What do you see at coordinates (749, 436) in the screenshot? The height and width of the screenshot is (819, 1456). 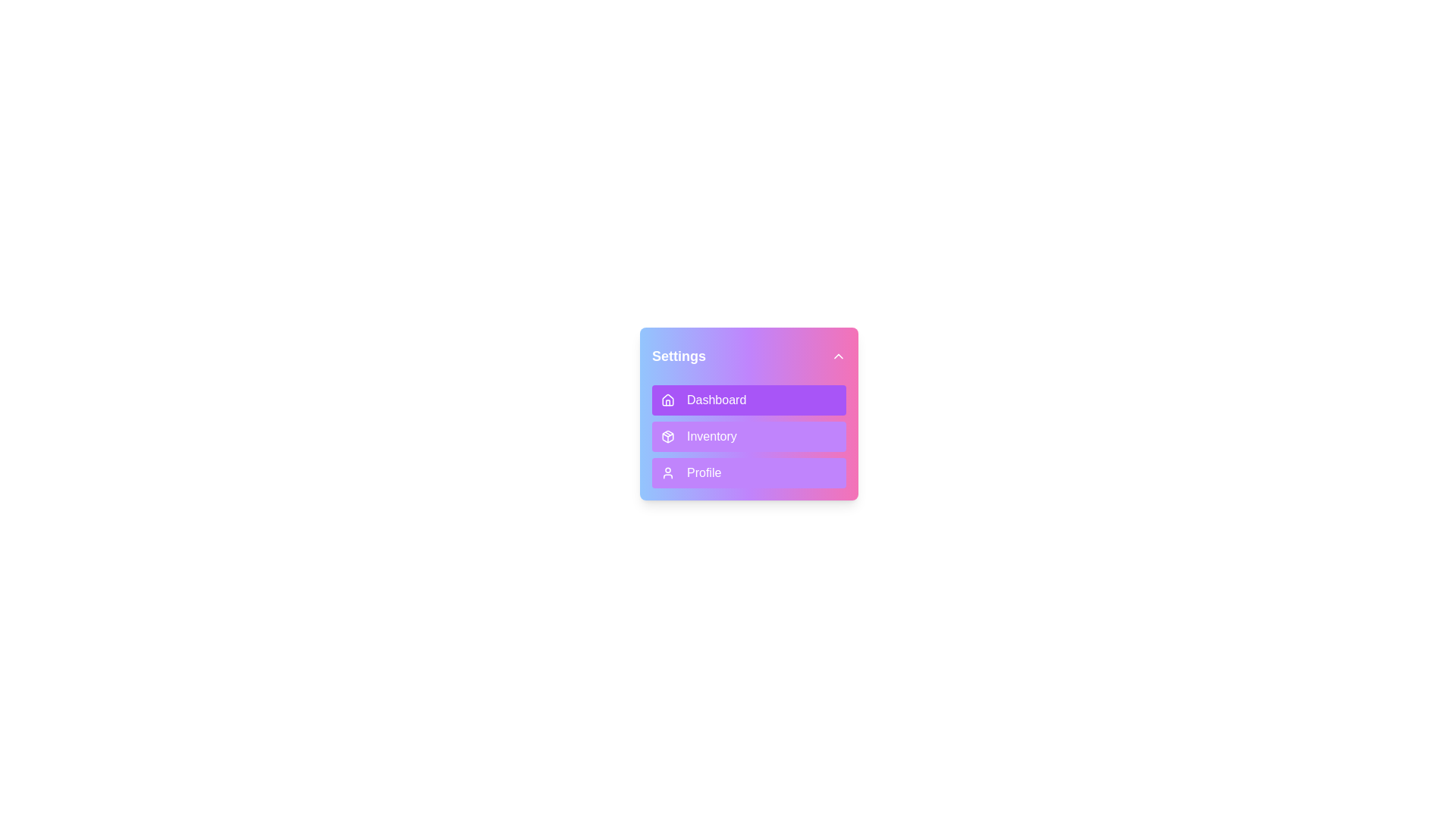 I see `the menu item Inventory in the sidebar menu` at bounding box center [749, 436].